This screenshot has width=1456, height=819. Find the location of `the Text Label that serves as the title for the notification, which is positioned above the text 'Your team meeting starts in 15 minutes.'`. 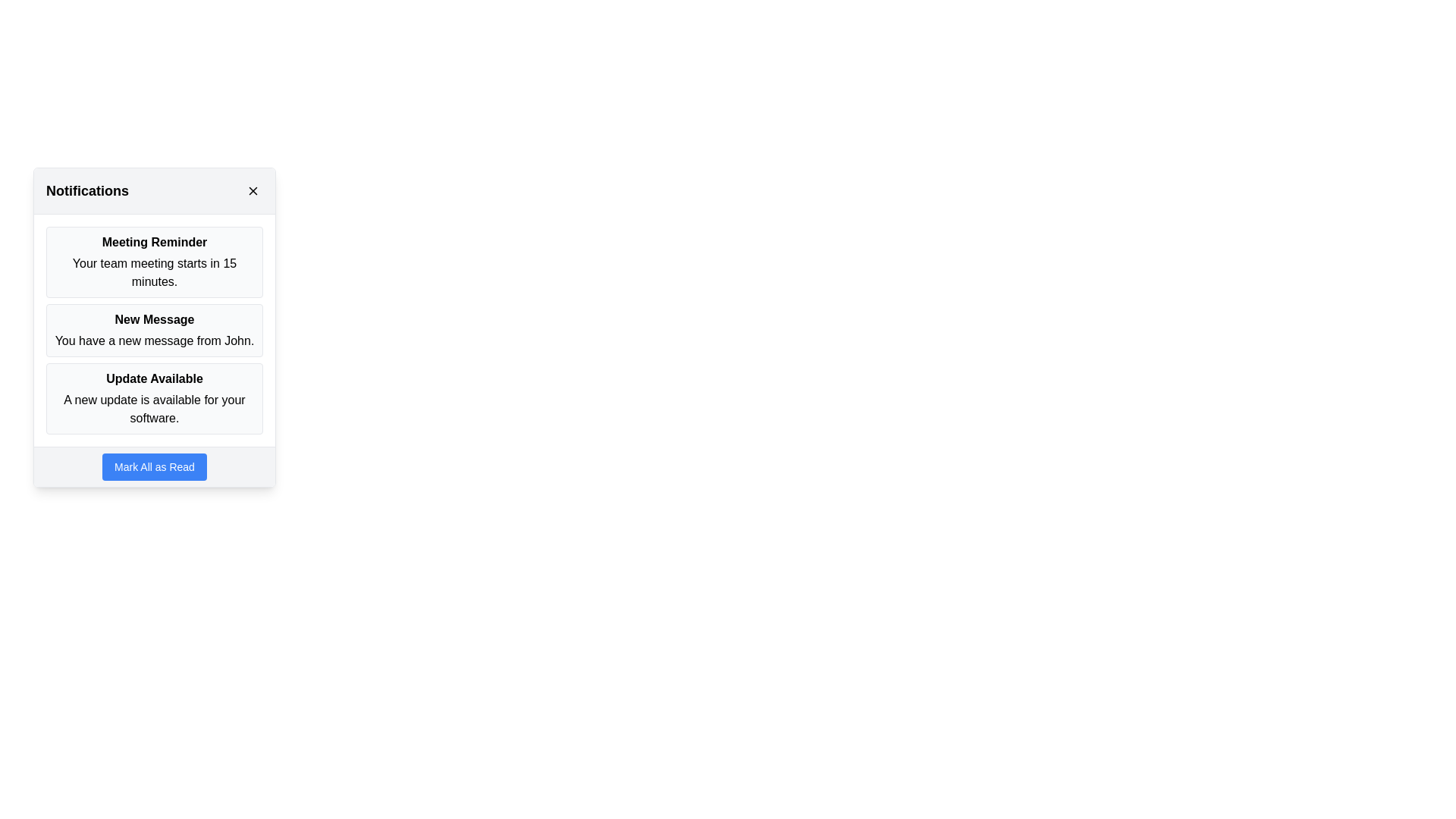

the Text Label that serves as the title for the notification, which is positioned above the text 'Your team meeting starts in 15 minutes.' is located at coordinates (154, 242).